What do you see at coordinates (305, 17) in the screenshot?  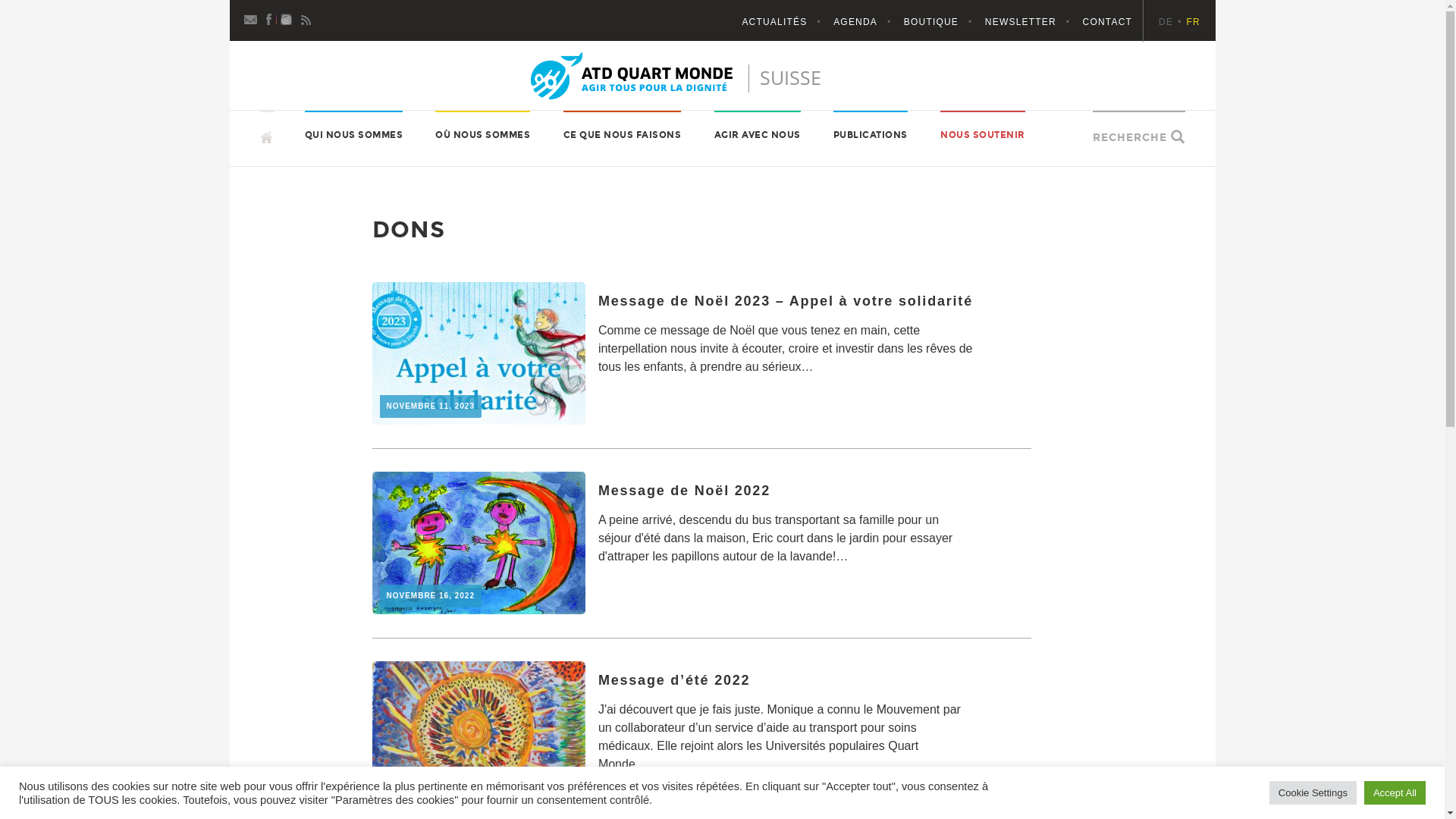 I see `'RSS'` at bounding box center [305, 17].